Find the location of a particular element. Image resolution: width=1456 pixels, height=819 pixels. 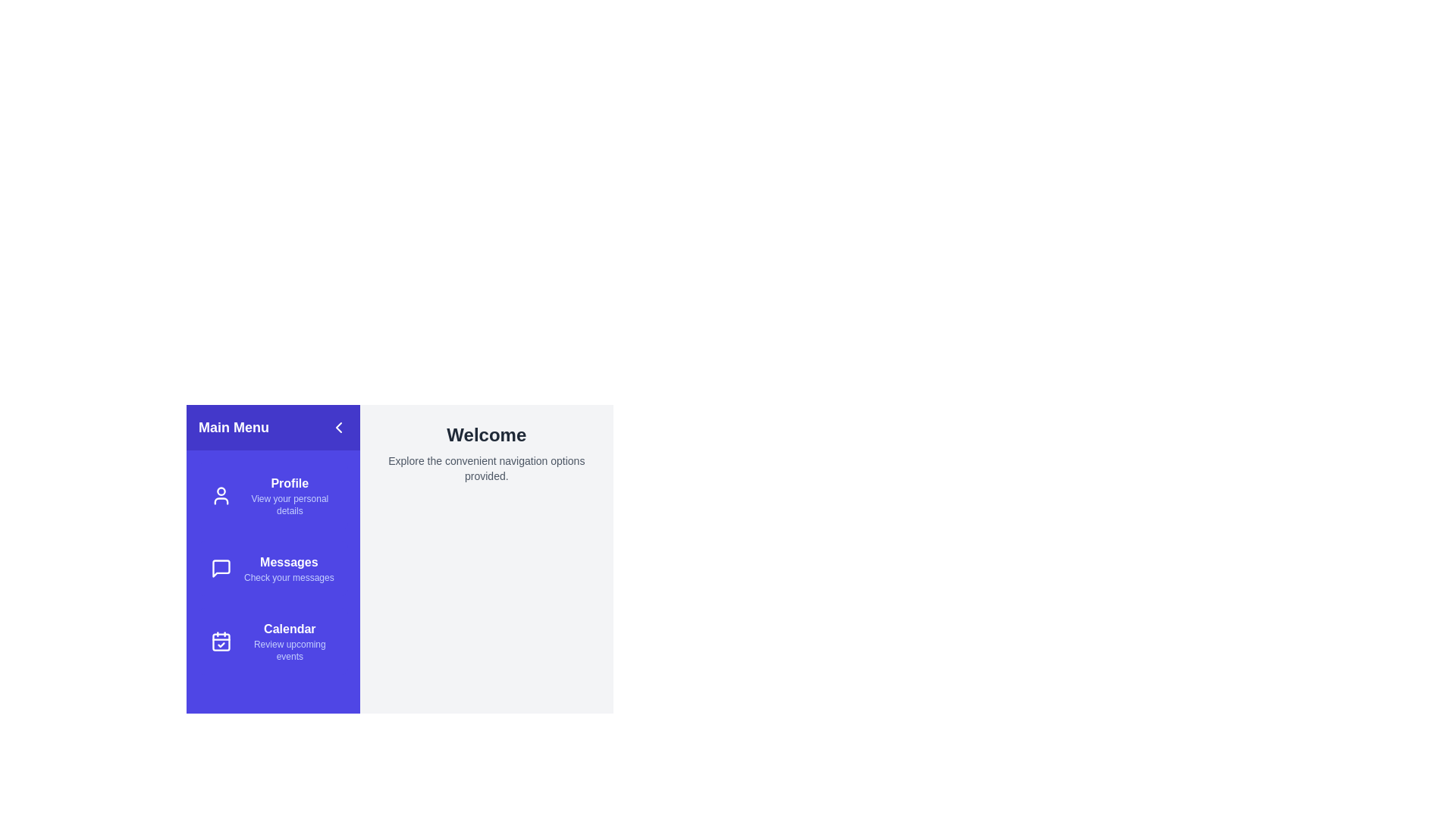

the icon associated with Profile to reveal its tooltip is located at coordinates (221, 496).